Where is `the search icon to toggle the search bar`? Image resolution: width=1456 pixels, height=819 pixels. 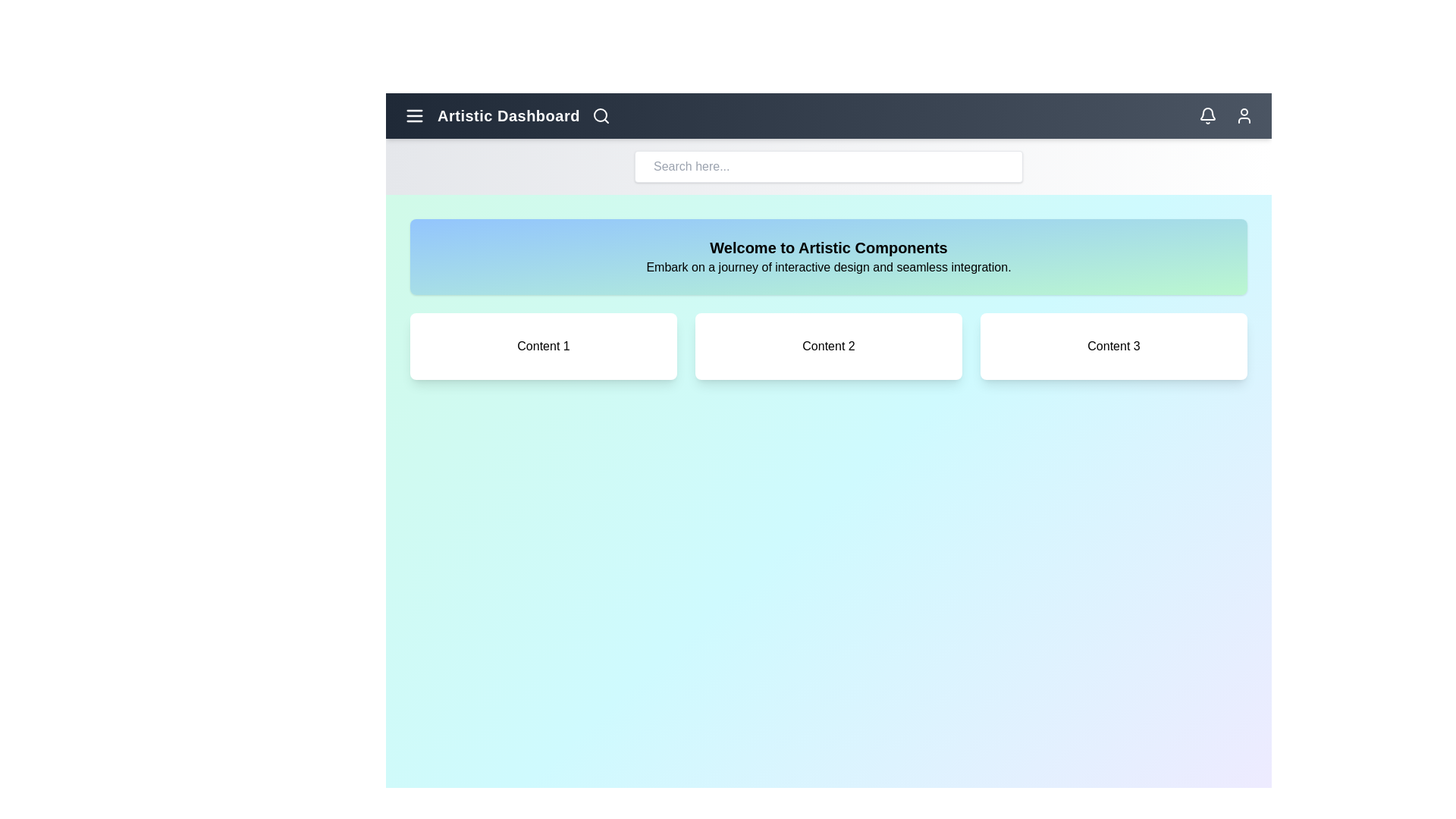 the search icon to toggle the search bar is located at coordinates (600, 115).